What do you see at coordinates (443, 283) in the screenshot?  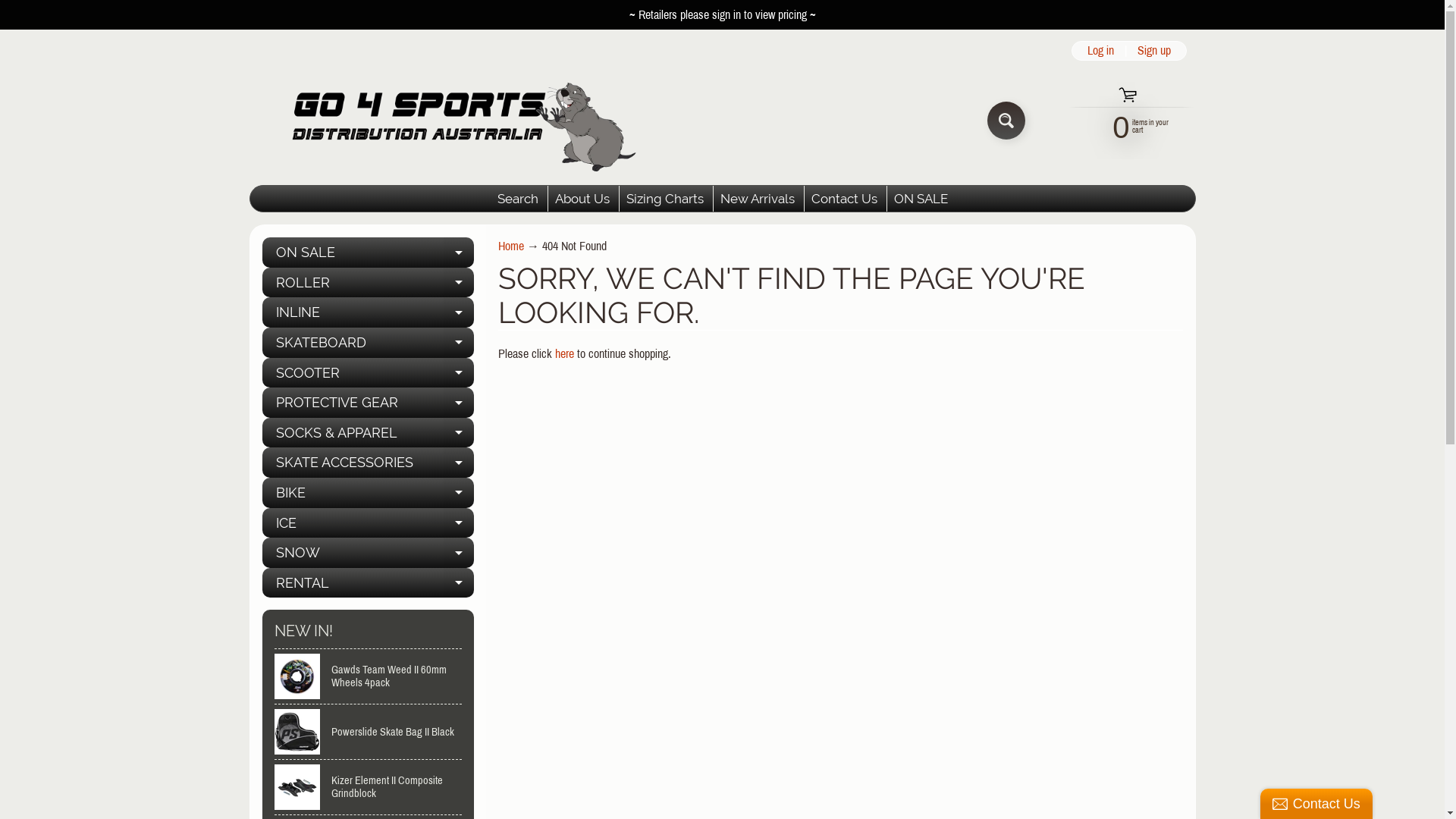 I see `'EXPAND CHILD MENU'` at bounding box center [443, 283].